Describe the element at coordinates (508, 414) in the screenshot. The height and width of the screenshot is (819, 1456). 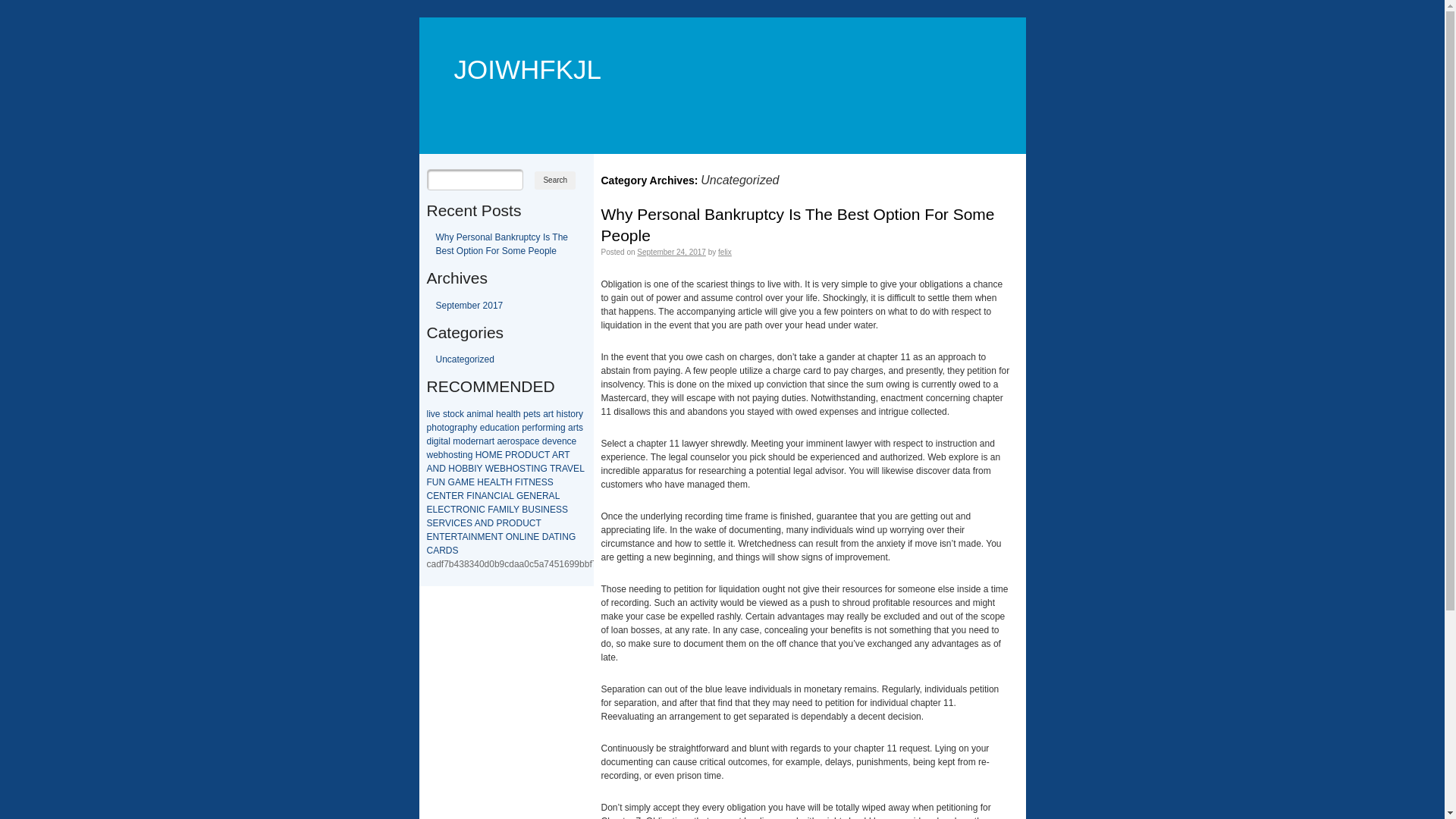
I see `'a'` at that location.